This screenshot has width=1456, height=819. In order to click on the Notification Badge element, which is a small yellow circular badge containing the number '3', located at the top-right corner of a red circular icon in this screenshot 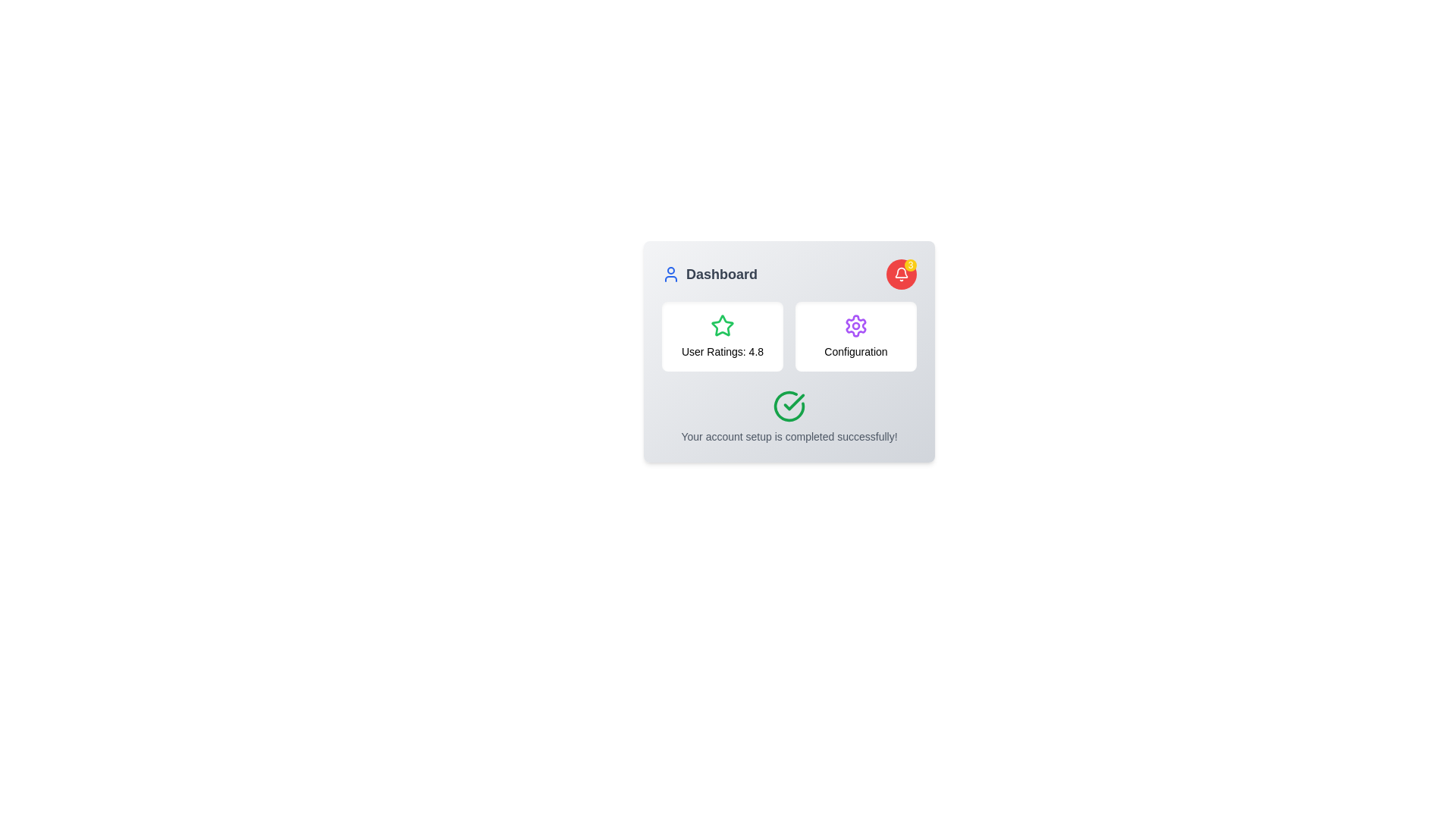, I will do `click(910, 265)`.